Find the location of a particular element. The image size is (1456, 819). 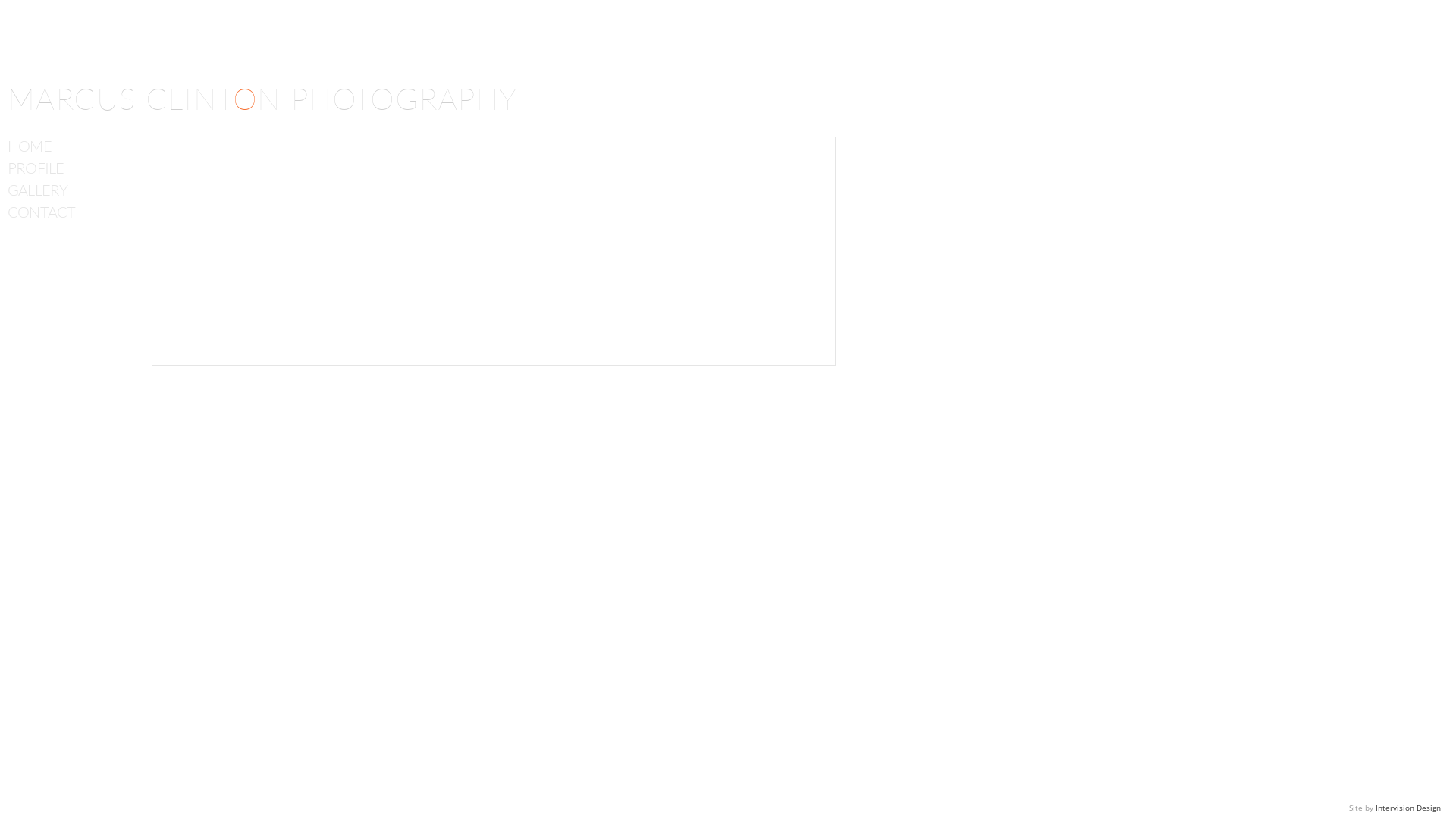

'HOME' is located at coordinates (75, 146).